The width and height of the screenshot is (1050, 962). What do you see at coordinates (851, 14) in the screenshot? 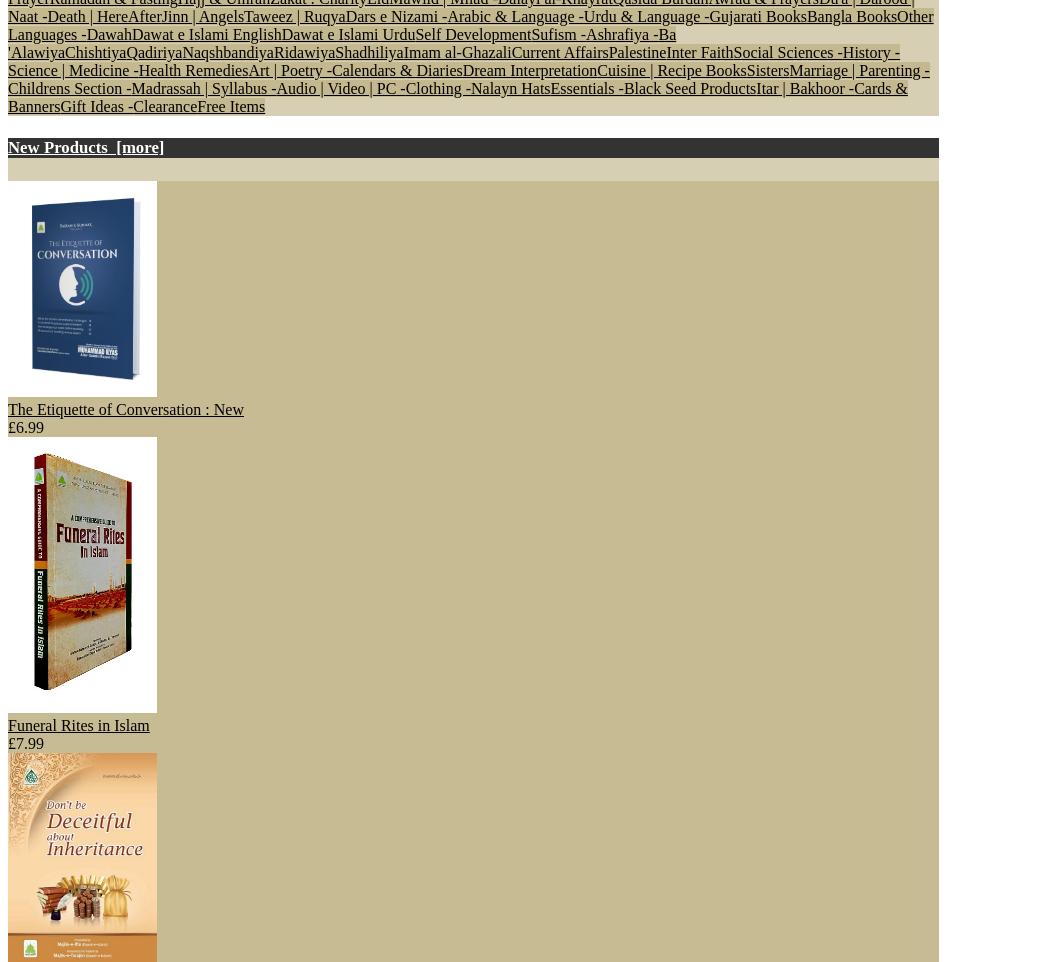
I see `'Bangla Books'` at bounding box center [851, 14].